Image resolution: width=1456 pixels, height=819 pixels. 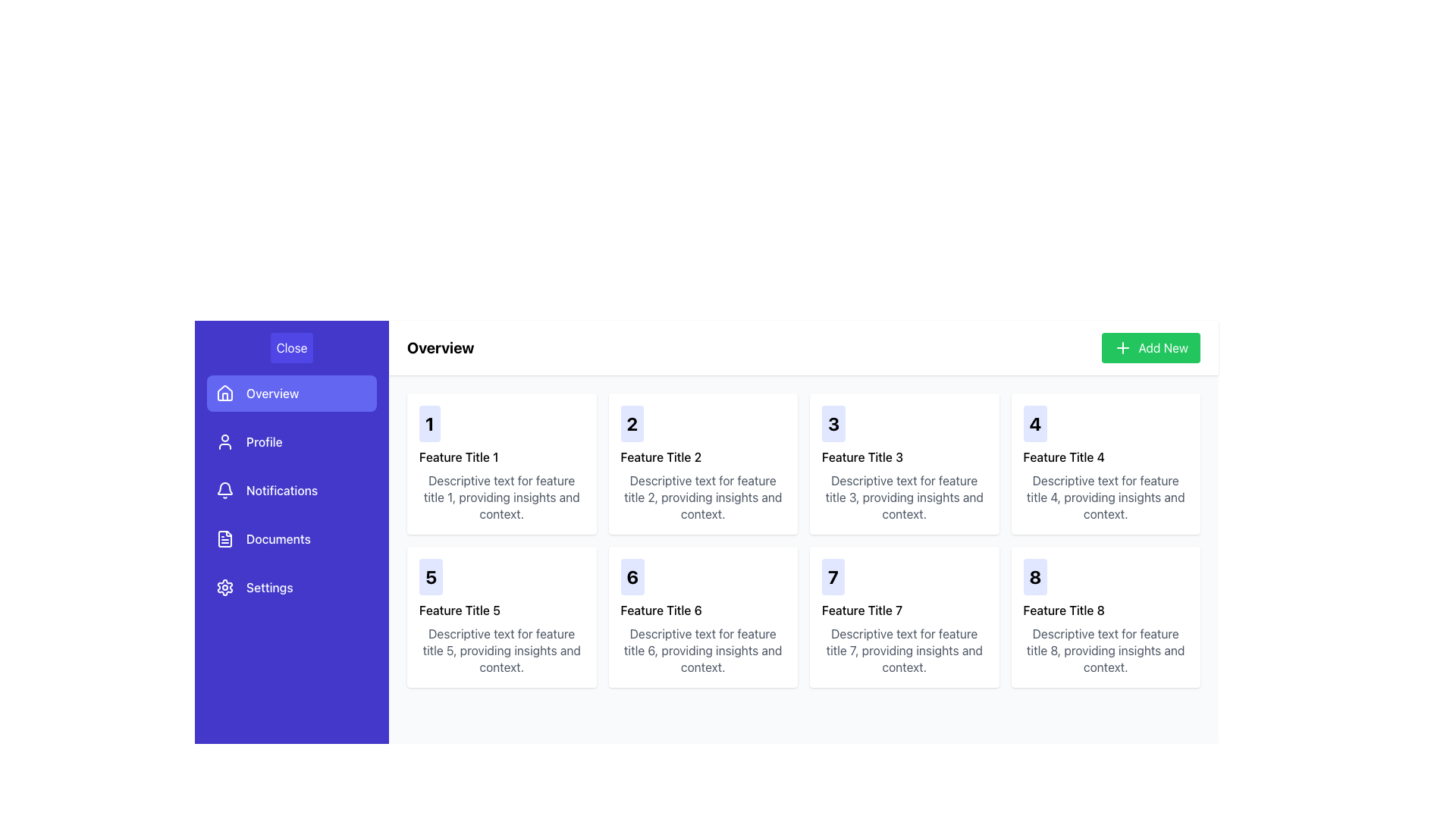 I want to click on the text 'Add New' which is located within the light green button in the top-right section of the interface, so click(x=1163, y=348).